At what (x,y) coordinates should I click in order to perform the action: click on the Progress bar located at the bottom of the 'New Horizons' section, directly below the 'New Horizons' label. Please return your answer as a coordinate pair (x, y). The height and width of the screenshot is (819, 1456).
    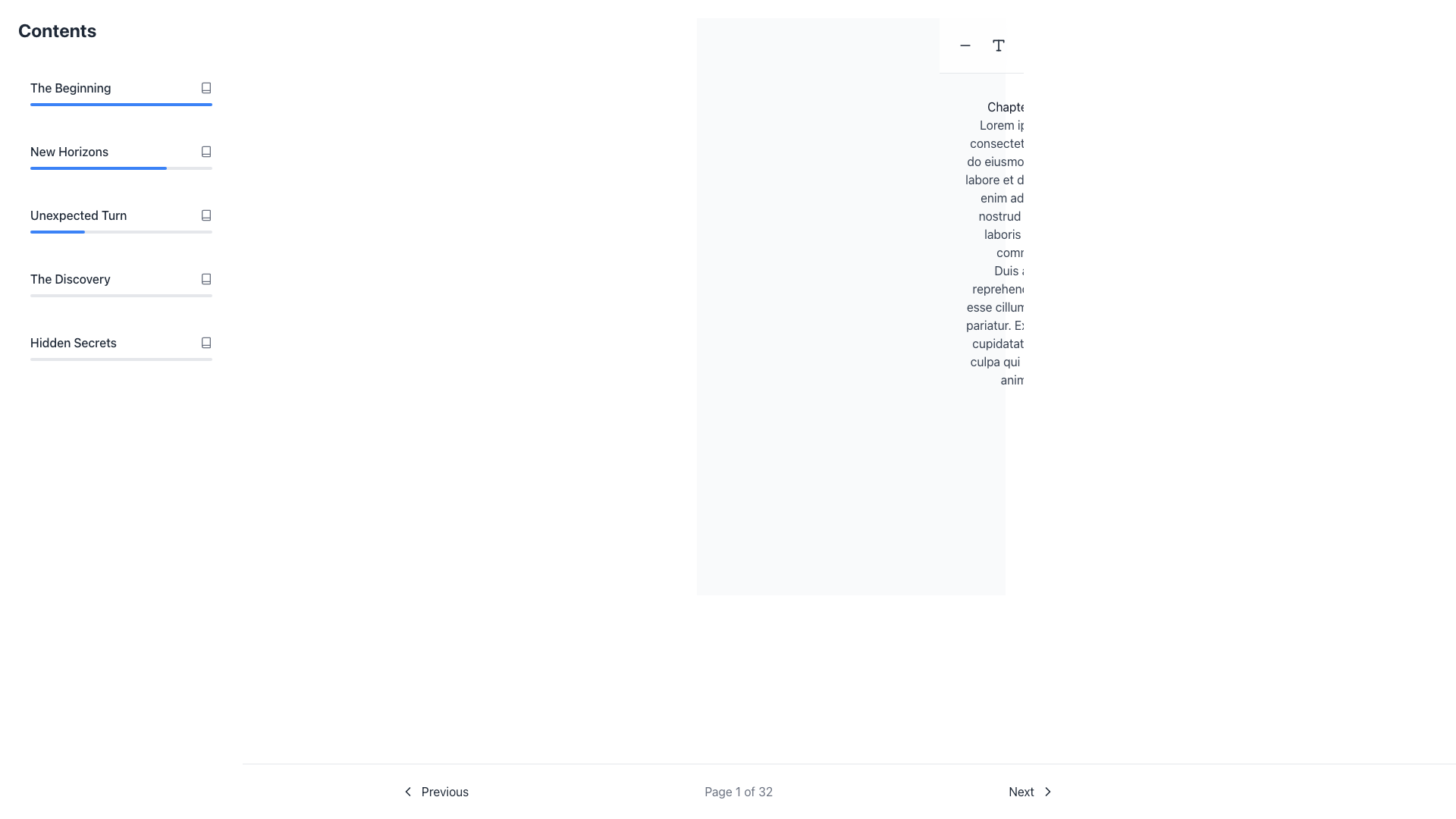
    Looking at the image, I should click on (120, 168).